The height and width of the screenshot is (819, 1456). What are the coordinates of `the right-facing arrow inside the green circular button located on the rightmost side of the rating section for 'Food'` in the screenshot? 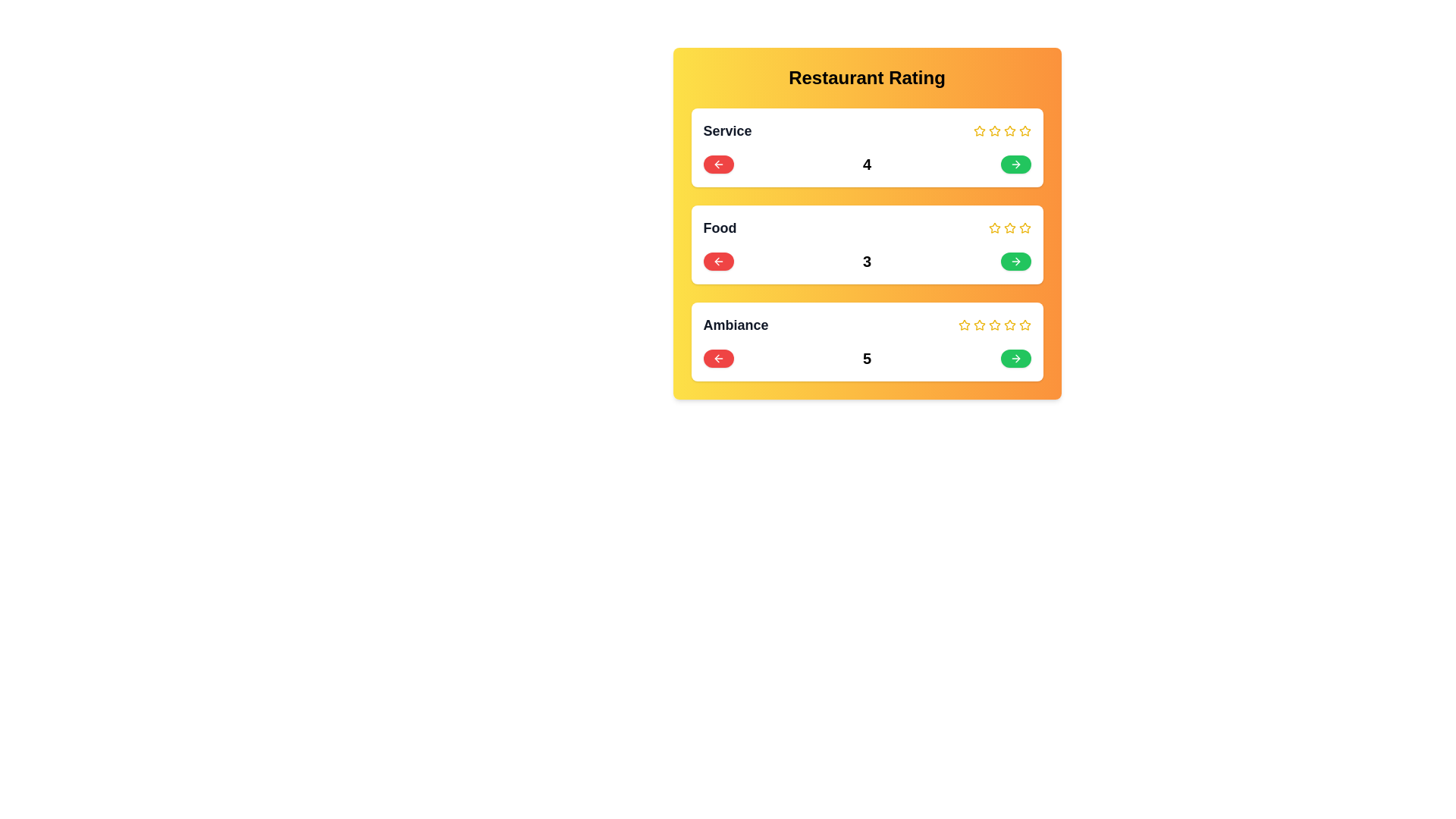 It's located at (1015, 260).